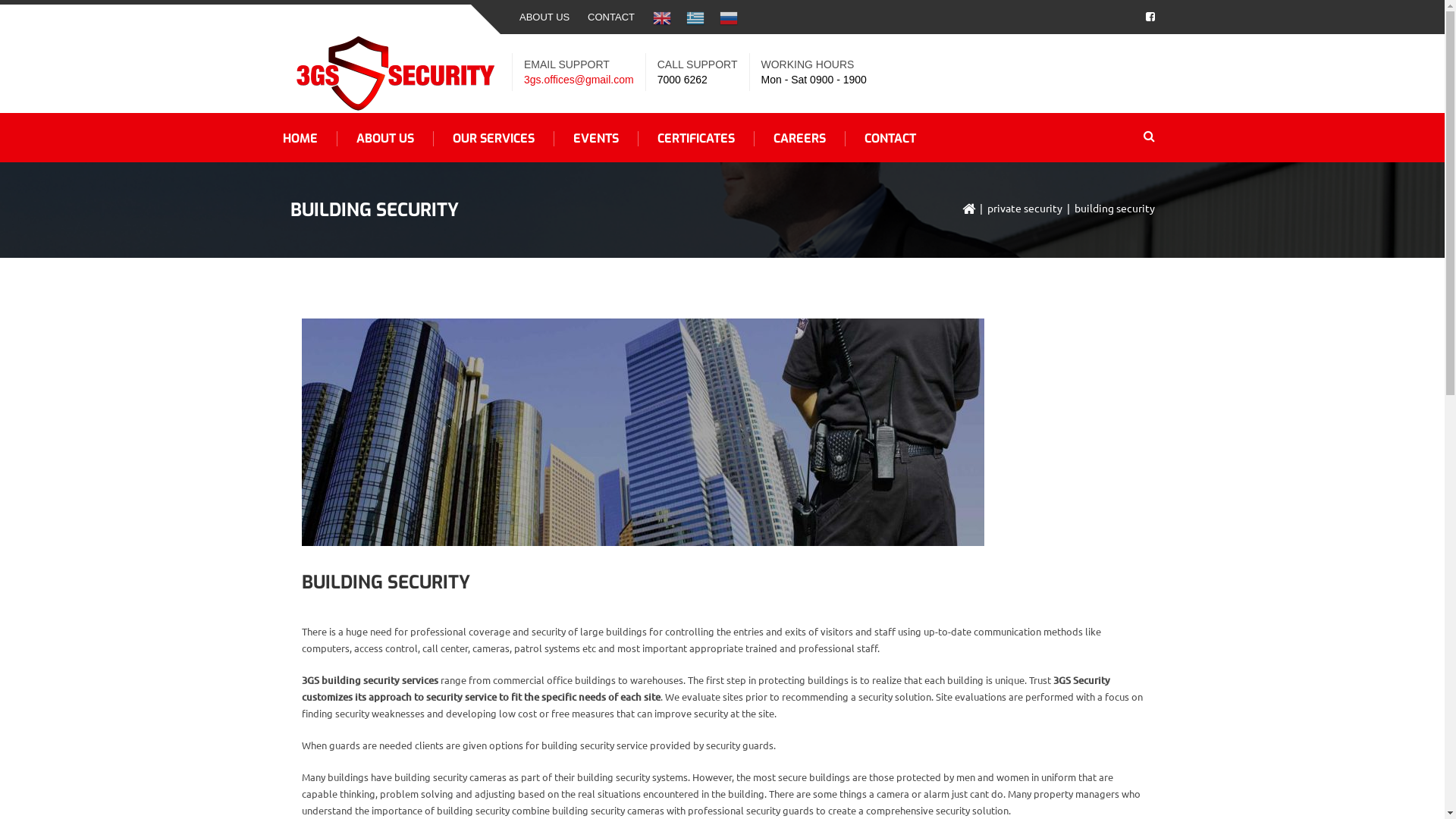 The width and height of the screenshot is (1456, 819). What do you see at coordinates (263, 138) in the screenshot?
I see `'HOME'` at bounding box center [263, 138].